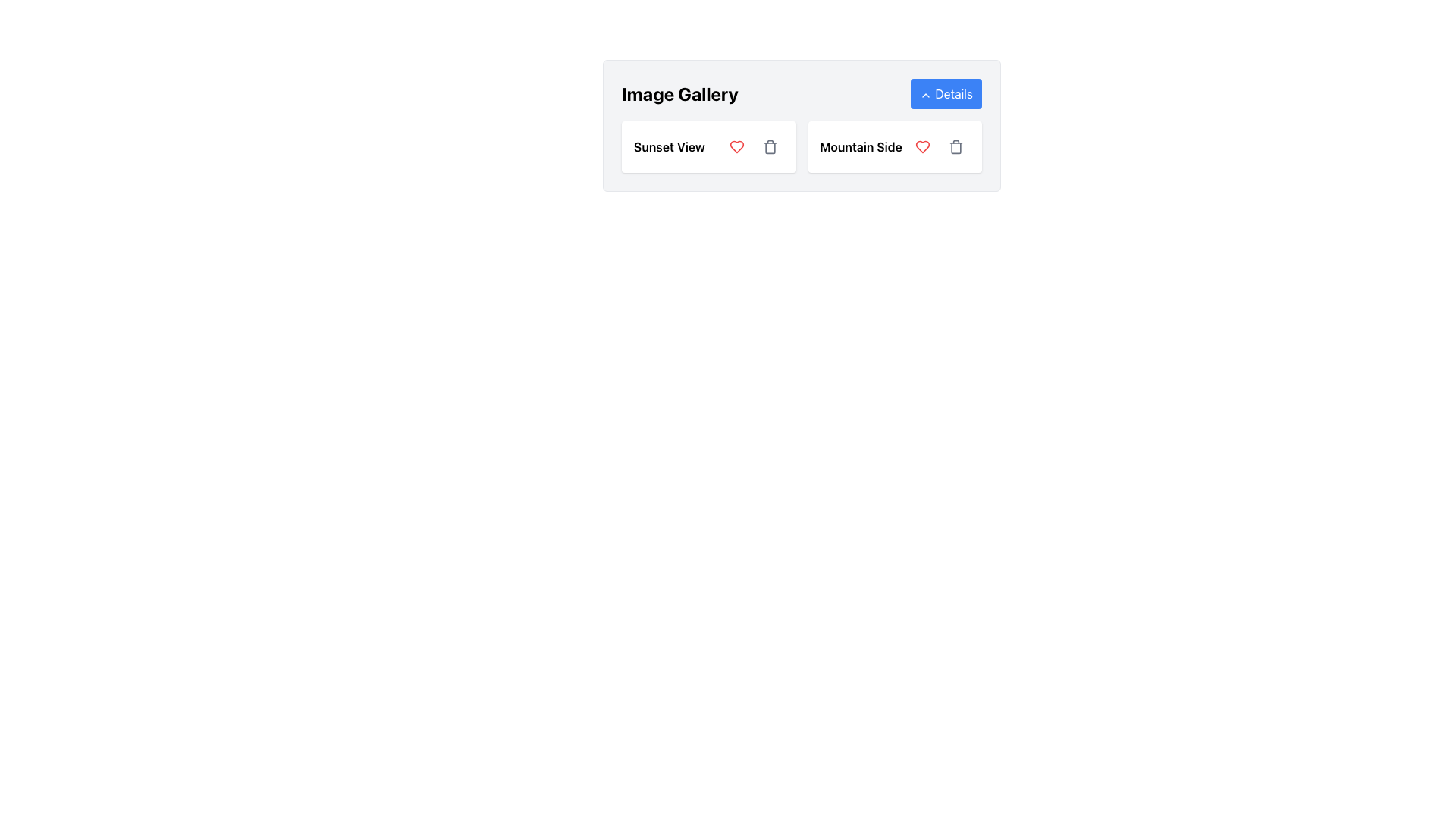  Describe the element at coordinates (955, 146) in the screenshot. I see `the trash can icon located at the right end of the 'Mountain Side' card in the 'Image Gallery' interface` at that location.